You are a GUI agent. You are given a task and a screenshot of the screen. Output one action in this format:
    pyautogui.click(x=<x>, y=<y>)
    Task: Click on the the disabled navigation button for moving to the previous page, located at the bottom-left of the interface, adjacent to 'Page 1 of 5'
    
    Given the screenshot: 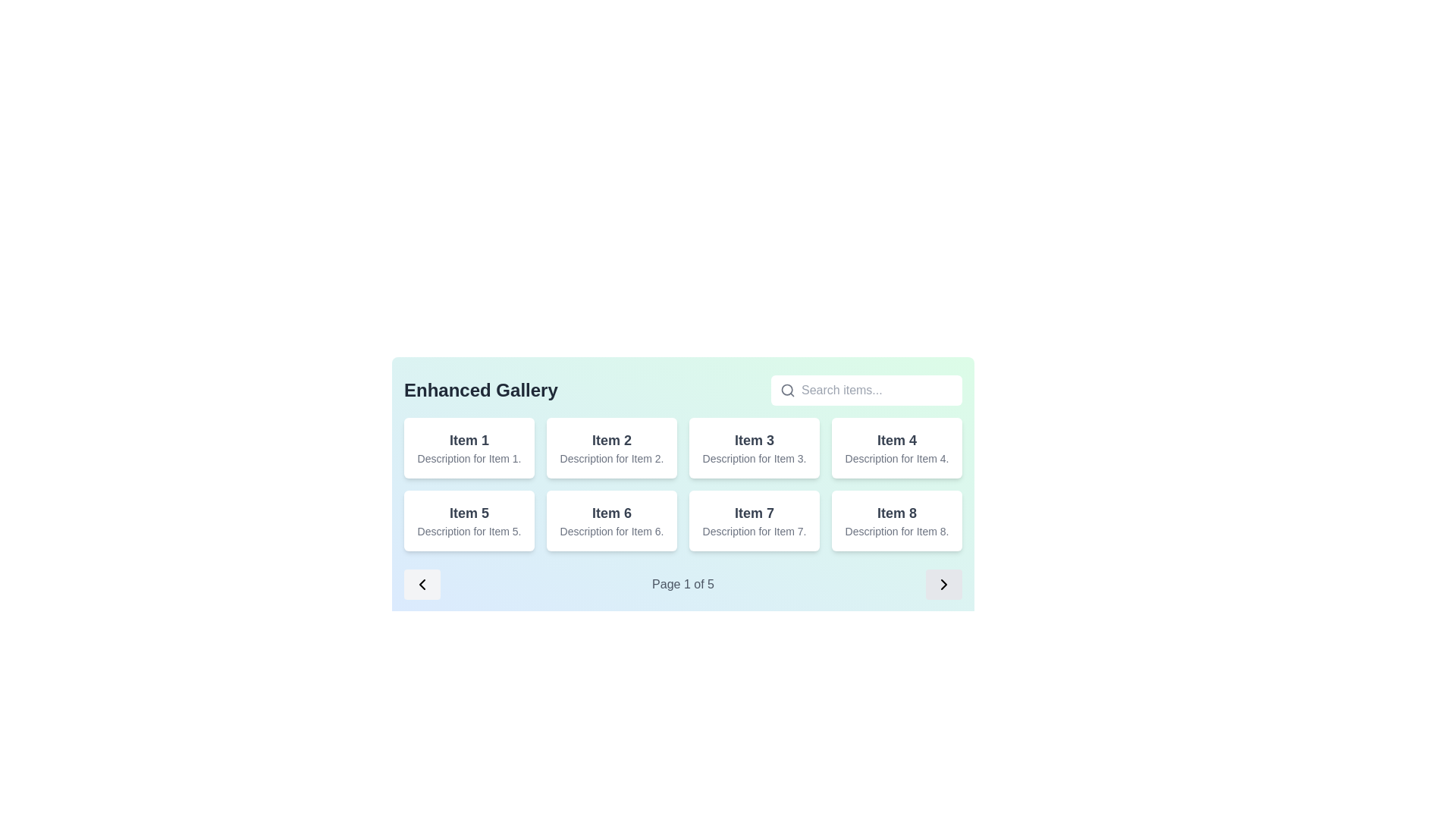 What is the action you would take?
    pyautogui.click(x=422, y=584)
    